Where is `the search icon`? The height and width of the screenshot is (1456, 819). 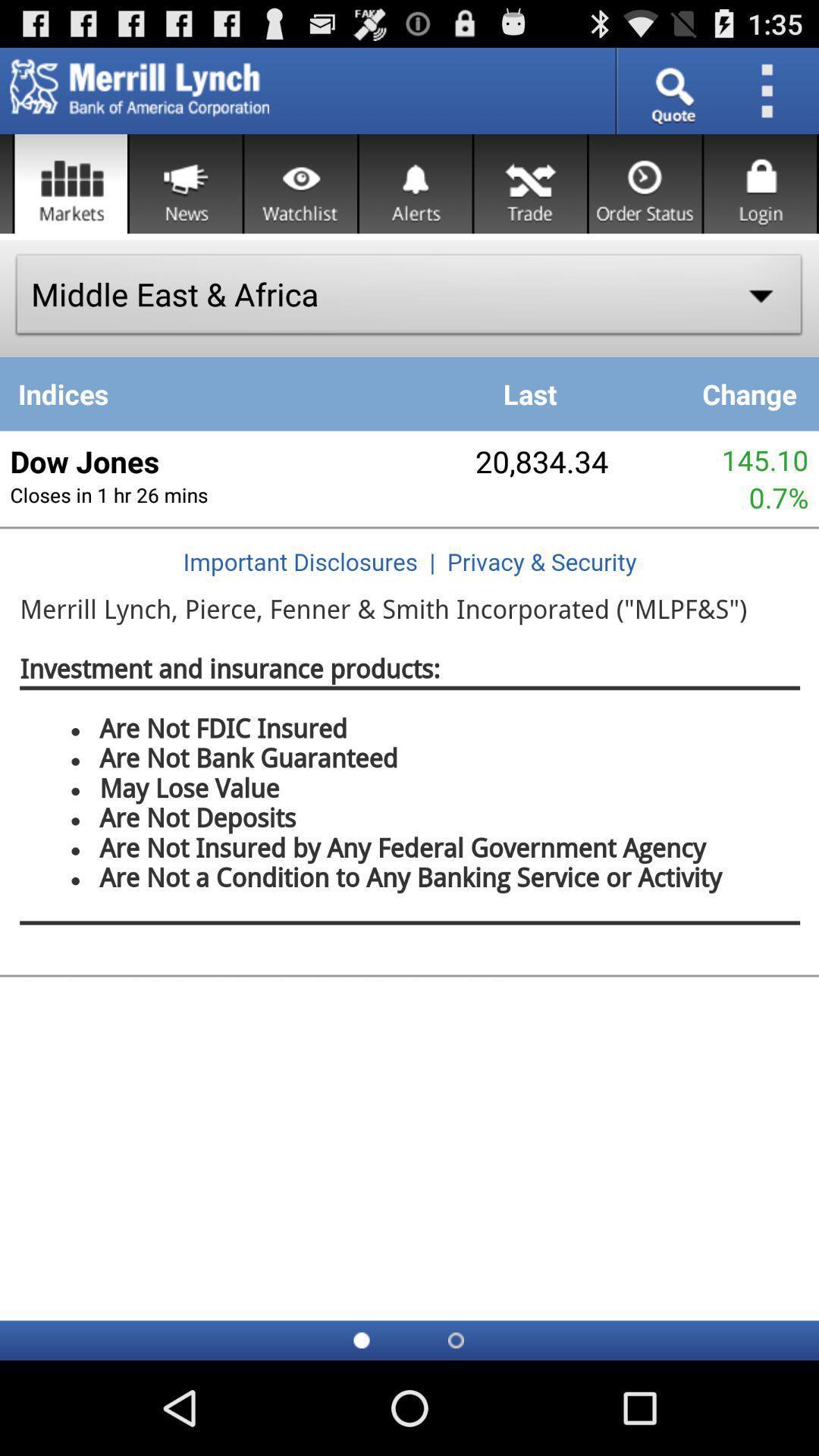
the search icon is located at coordinates (670, 96).